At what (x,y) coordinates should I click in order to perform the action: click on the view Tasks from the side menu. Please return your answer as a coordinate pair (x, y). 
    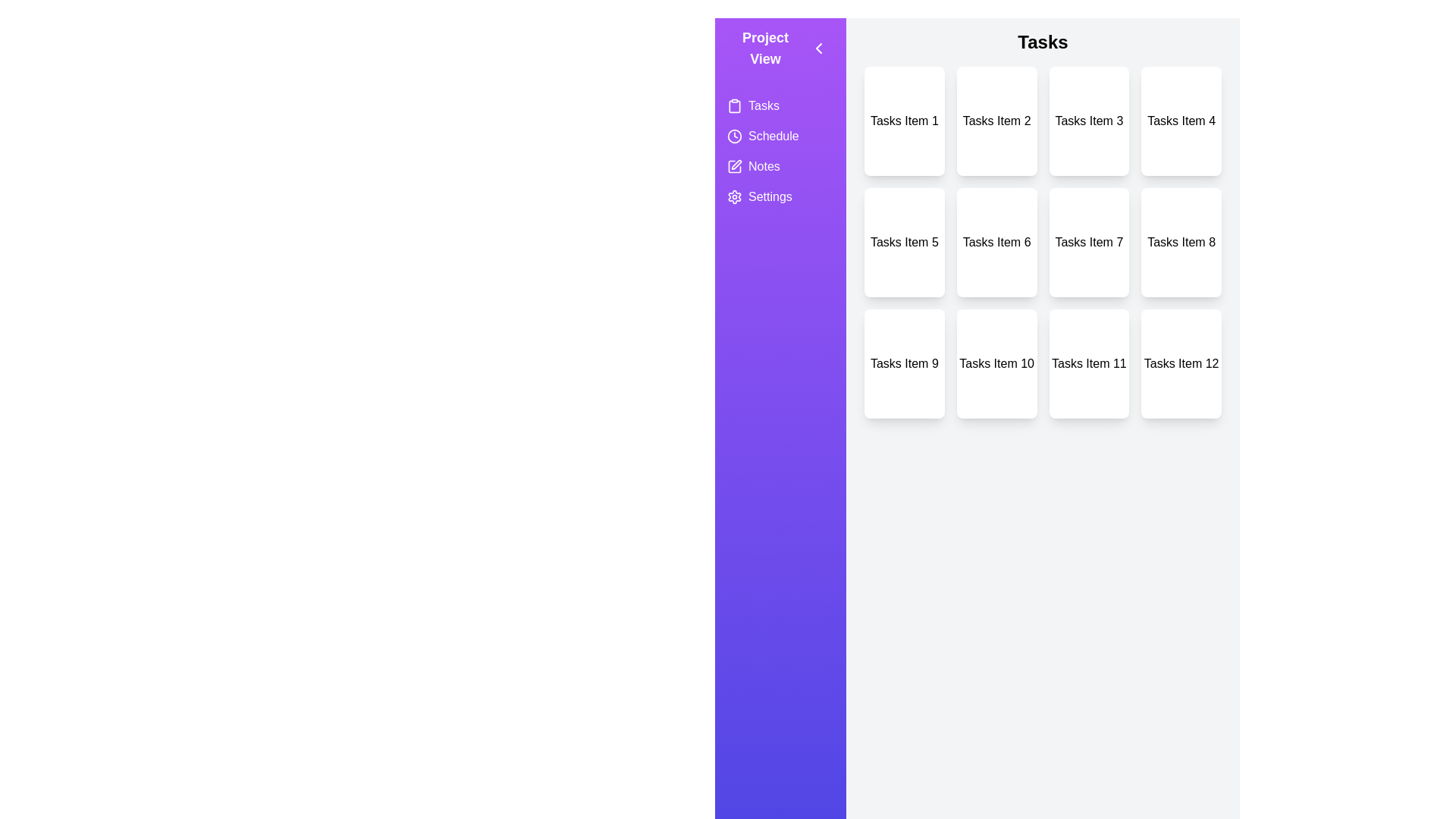
    Looking at the image, I should click on (780, 105).